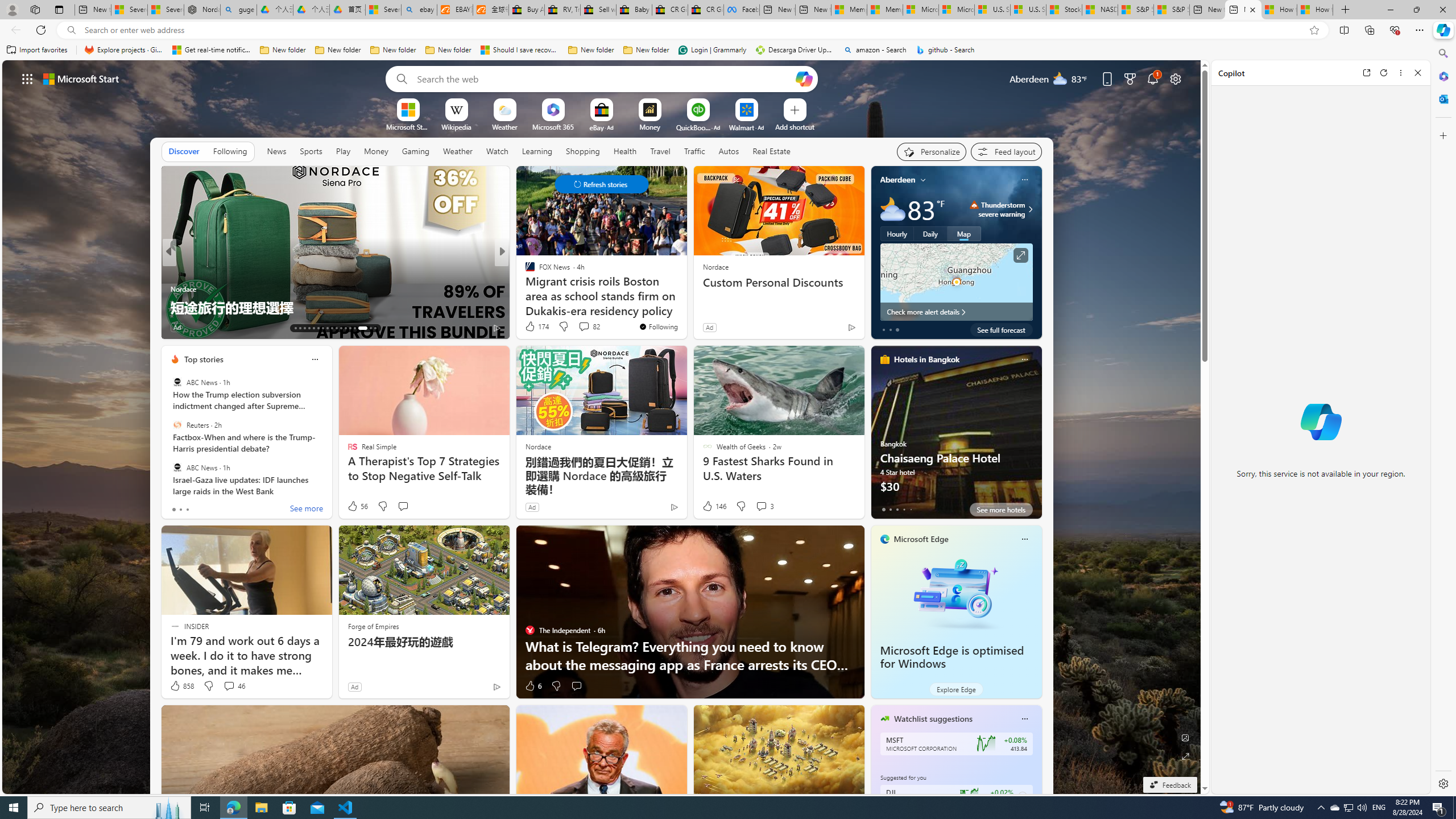 Image resolution: width=1456 pixels, height=819 pixels. Describe the element at coordinates (793, 126) in the screenshot. I see `'Add a site'` at that location.